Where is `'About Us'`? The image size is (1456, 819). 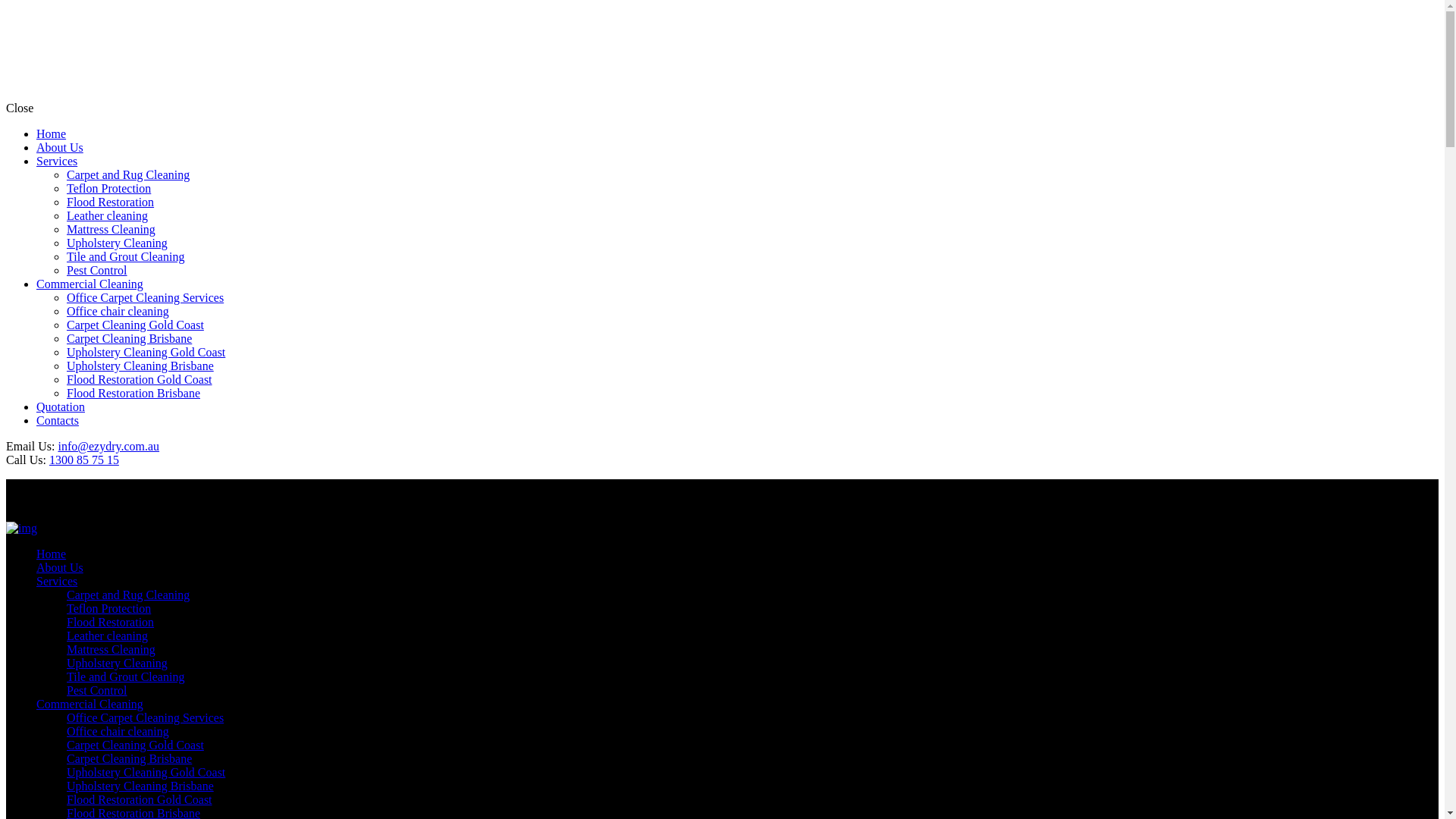 'About Us' is located at coordinates (59, 567).